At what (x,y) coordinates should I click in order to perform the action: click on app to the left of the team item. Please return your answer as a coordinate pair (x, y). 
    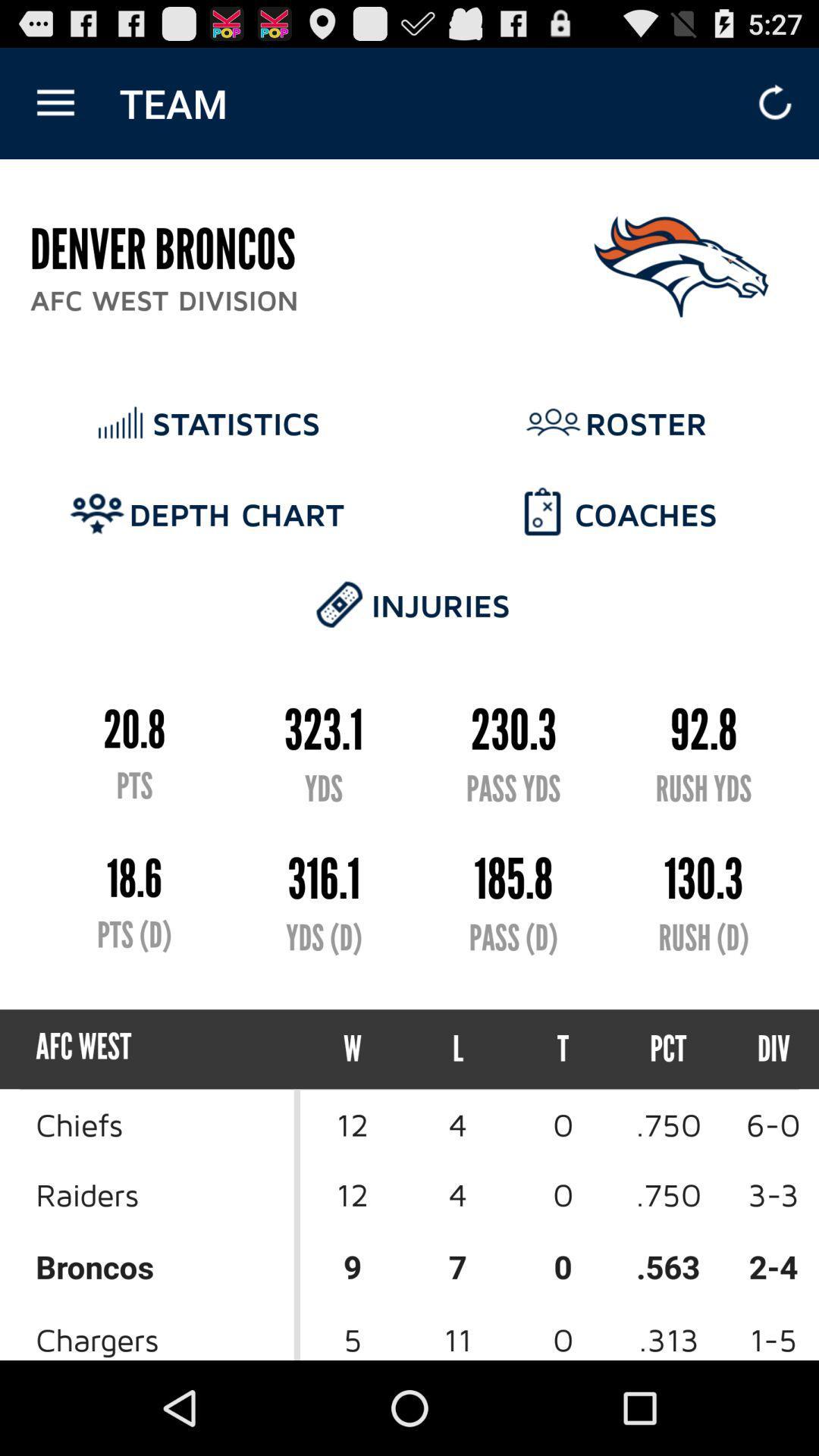
    Looking at the image, I should click on (55, 102).